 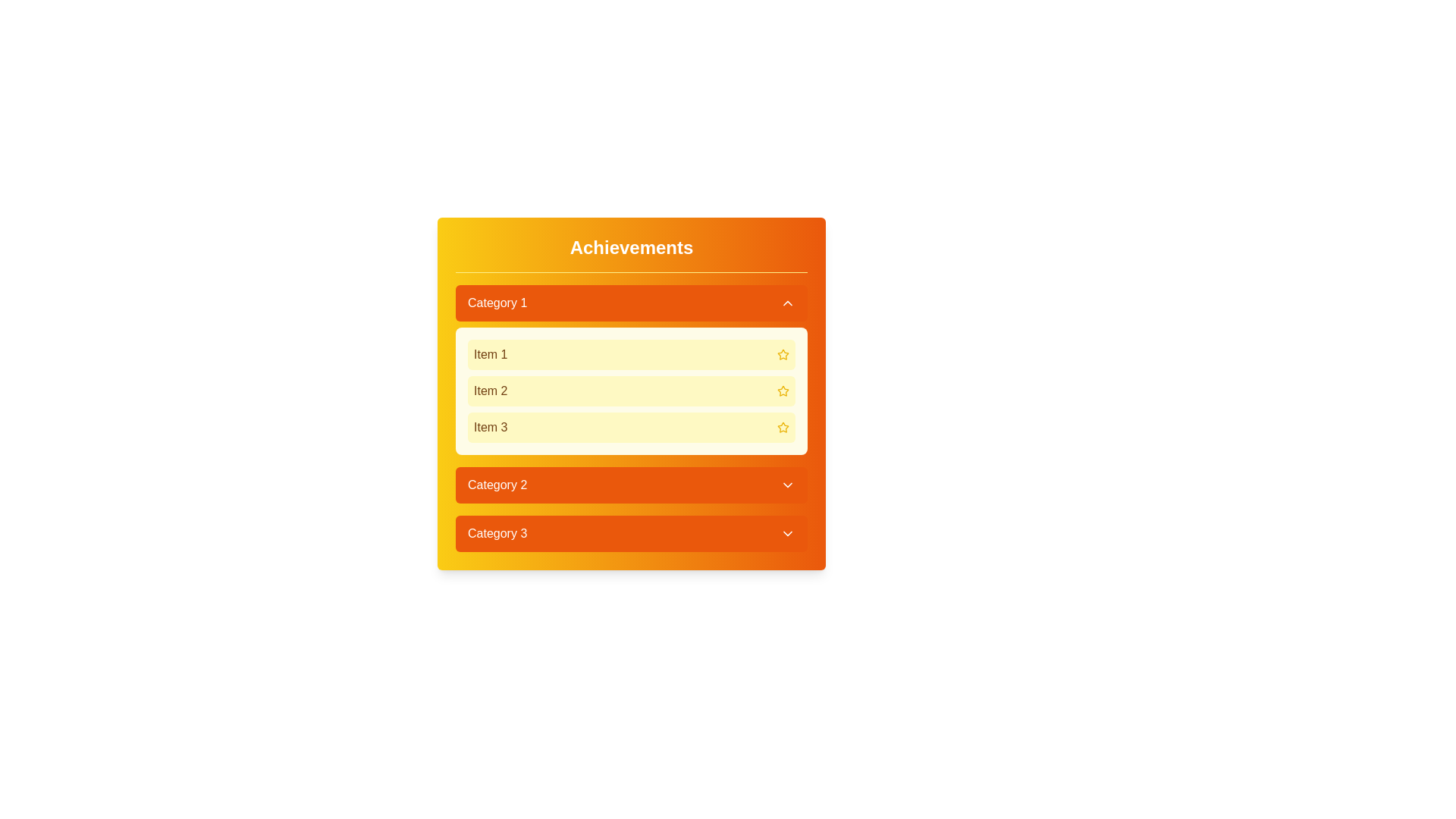 What do you see at coordinates (378, 227) in the screenshot?
I see `the background area of the component` at bounding box center [378, 227].